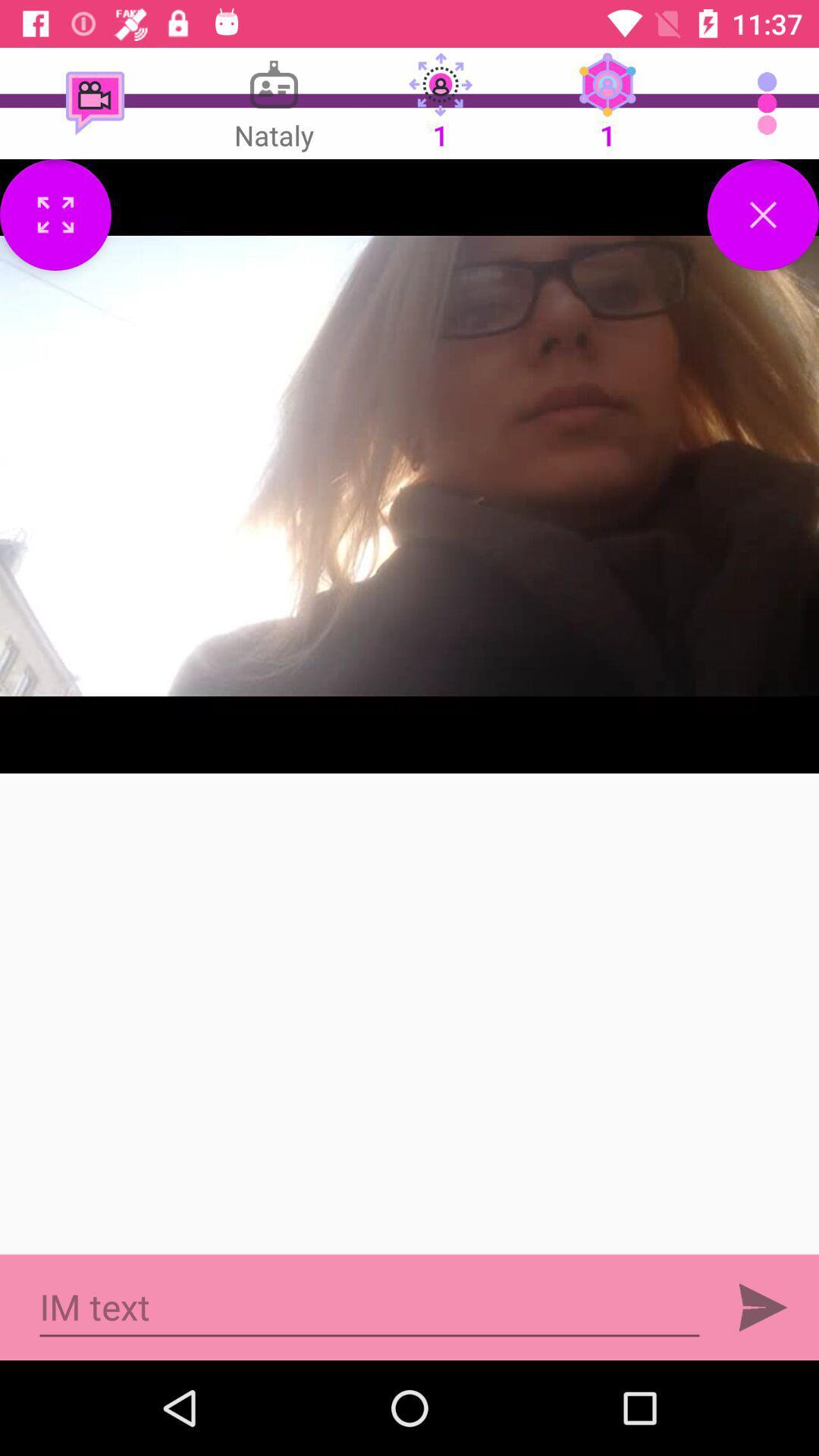  I want to click on exit, so click(763, 214).